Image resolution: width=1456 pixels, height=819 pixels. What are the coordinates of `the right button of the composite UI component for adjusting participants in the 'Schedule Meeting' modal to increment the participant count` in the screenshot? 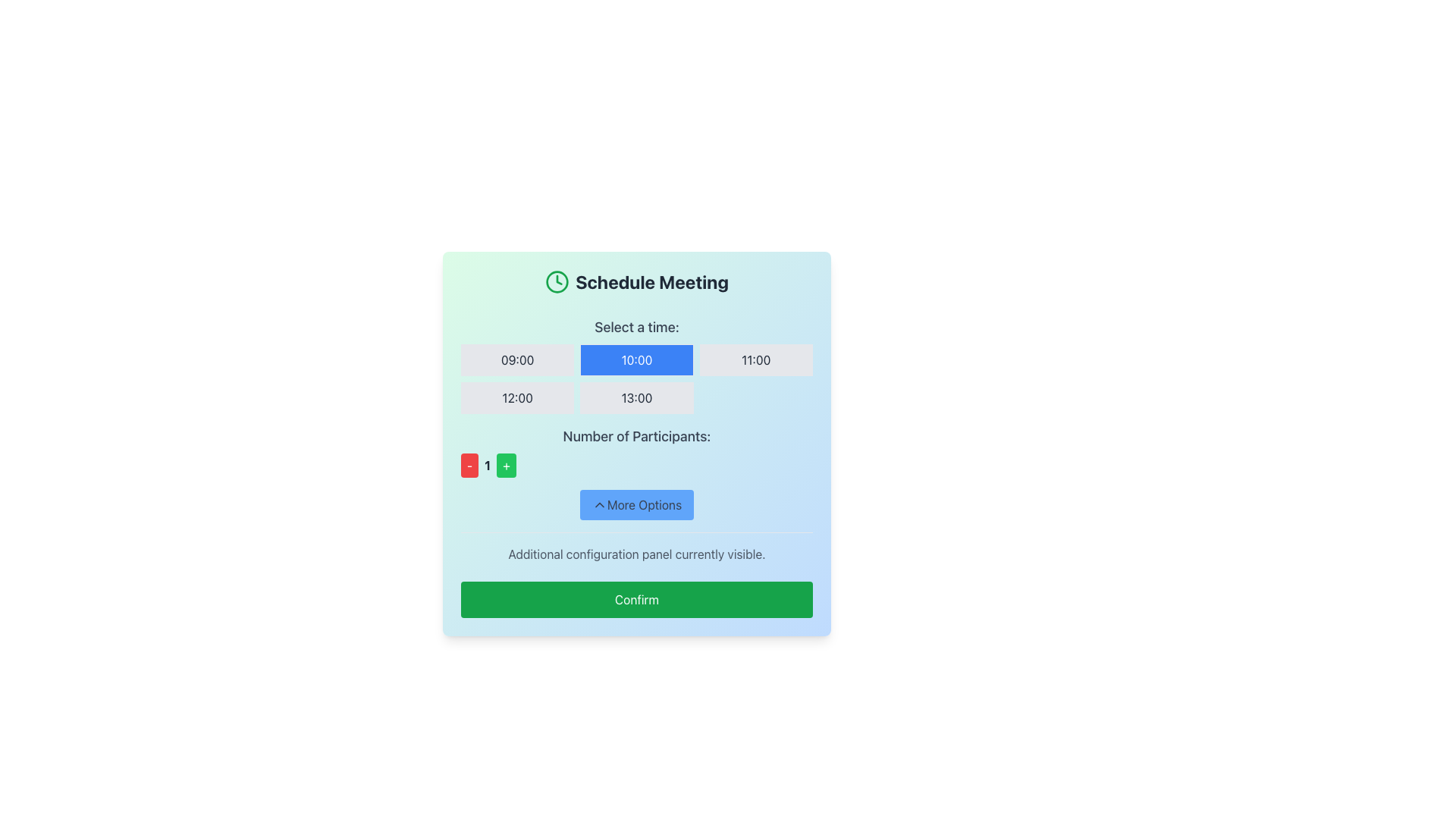 It's located at (637, 451).